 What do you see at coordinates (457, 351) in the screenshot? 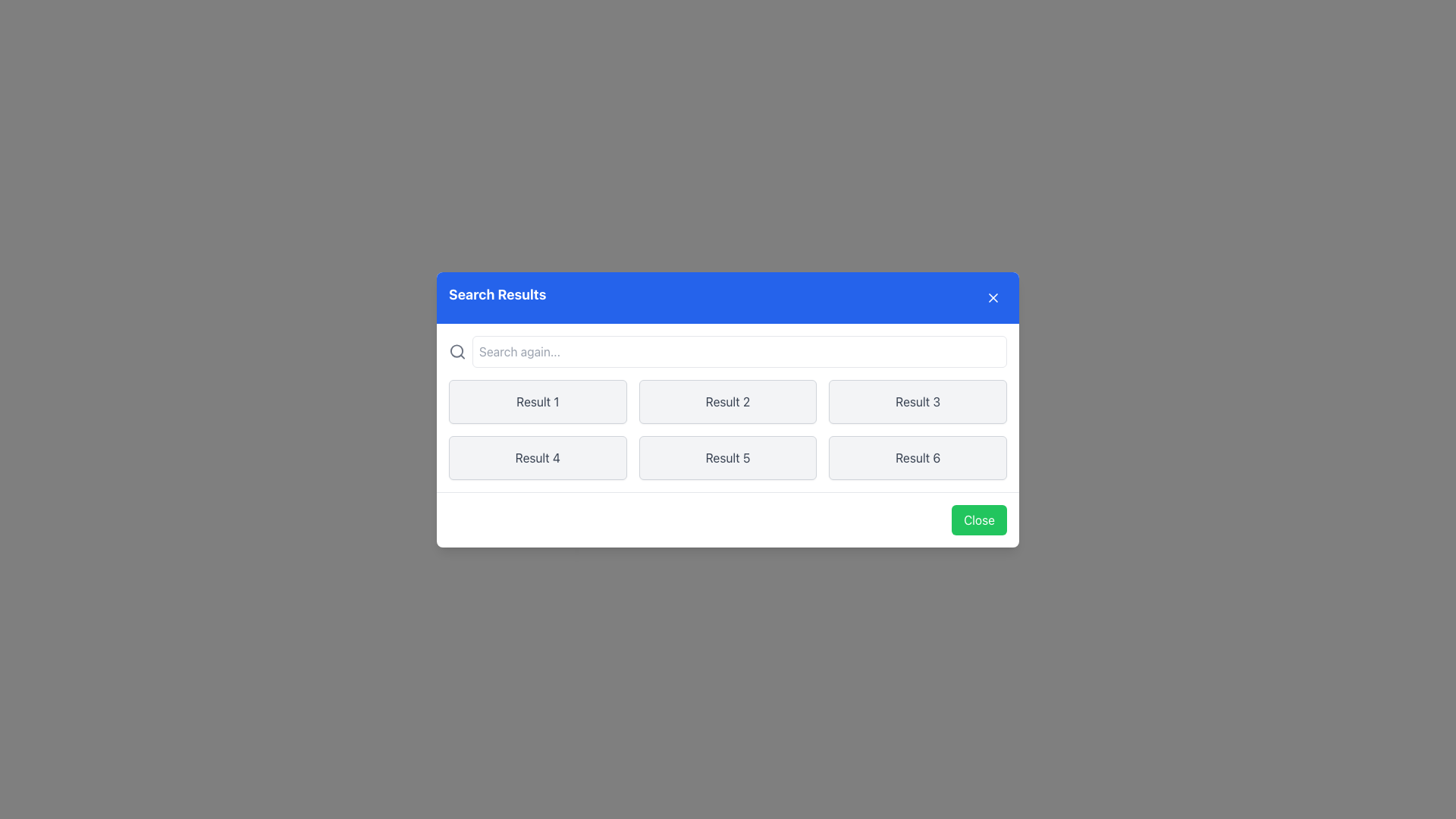
I see `the gray search icon resembling a magnifying glass, which is positioned to the far-left of the search input field` at bounding box center [457, 351].